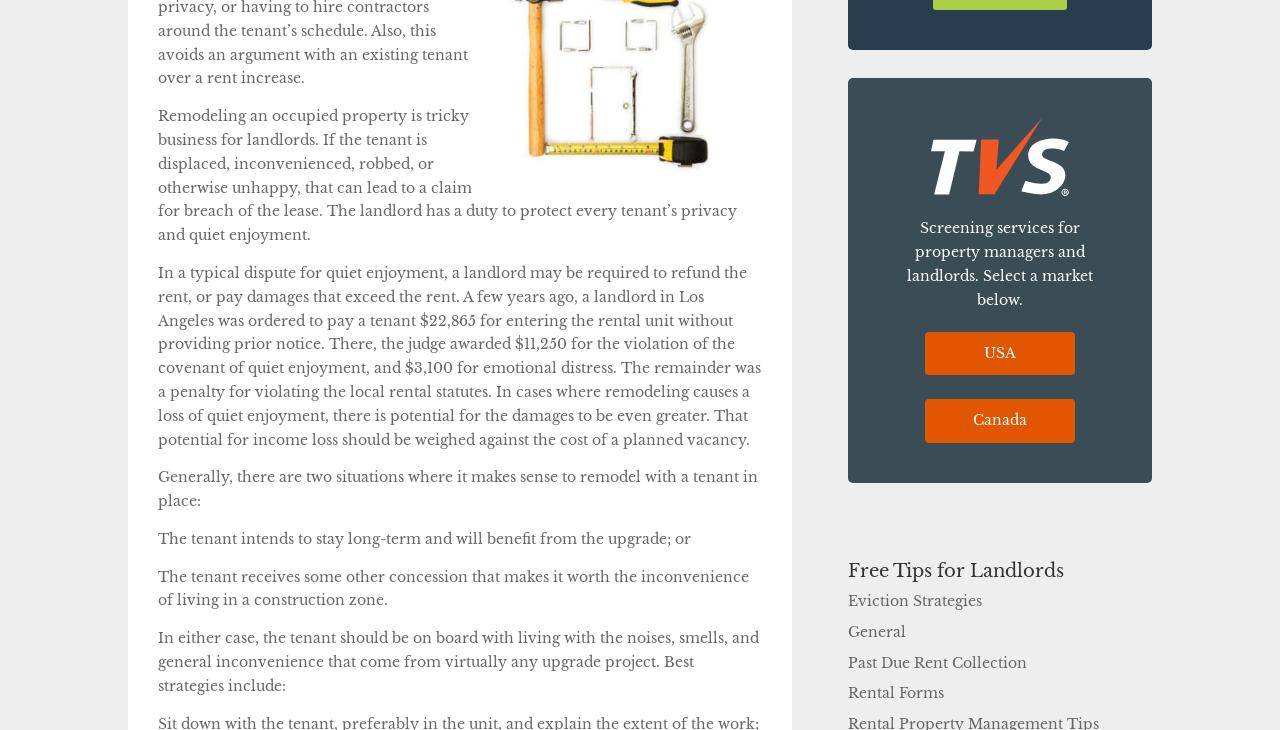 The width and height of the screenshot is (1280, 730). I want to click on 'USA', so click(999, 352).